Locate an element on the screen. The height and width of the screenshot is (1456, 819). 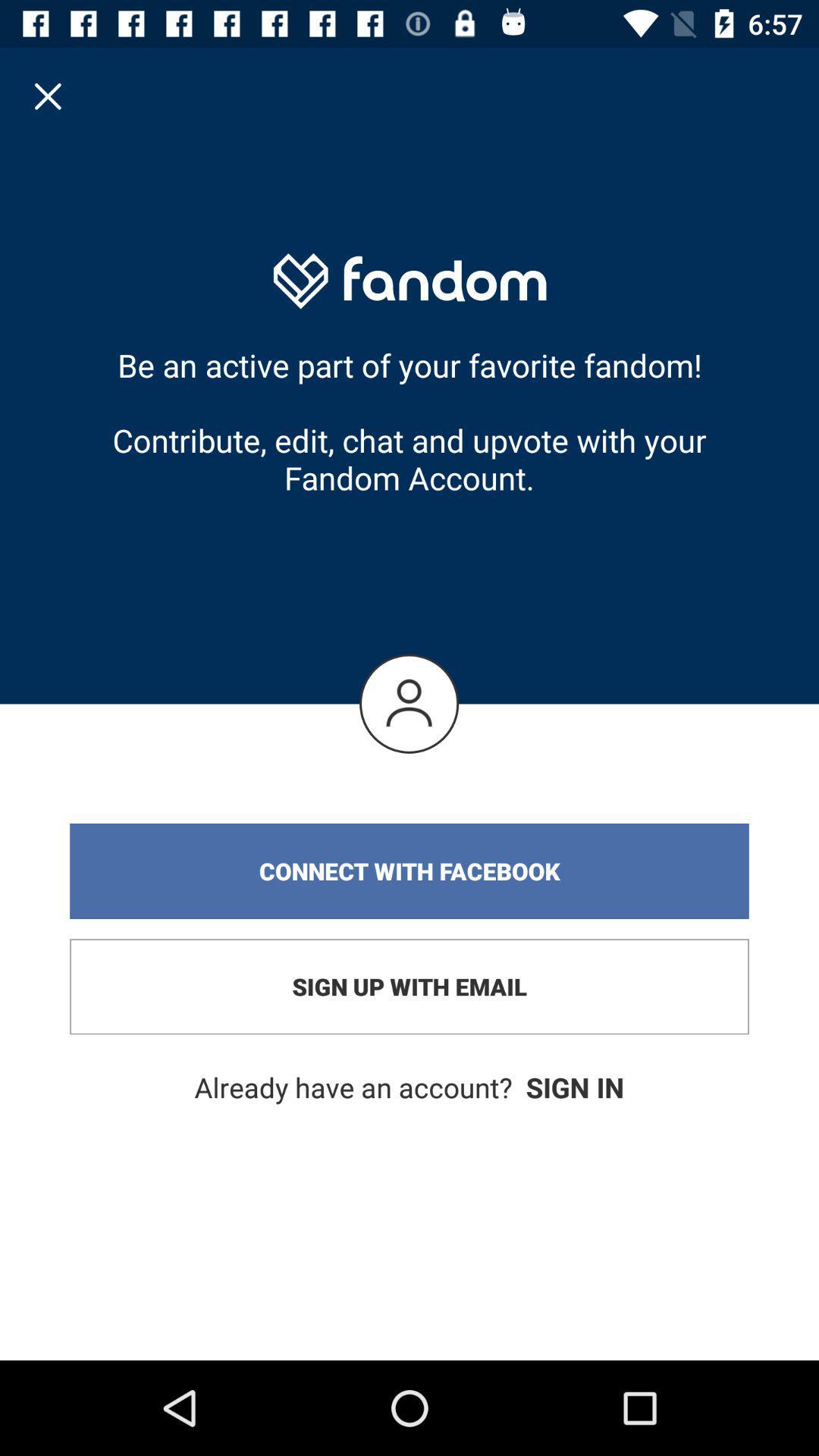
the close icon is located at coordinates (47, 95).